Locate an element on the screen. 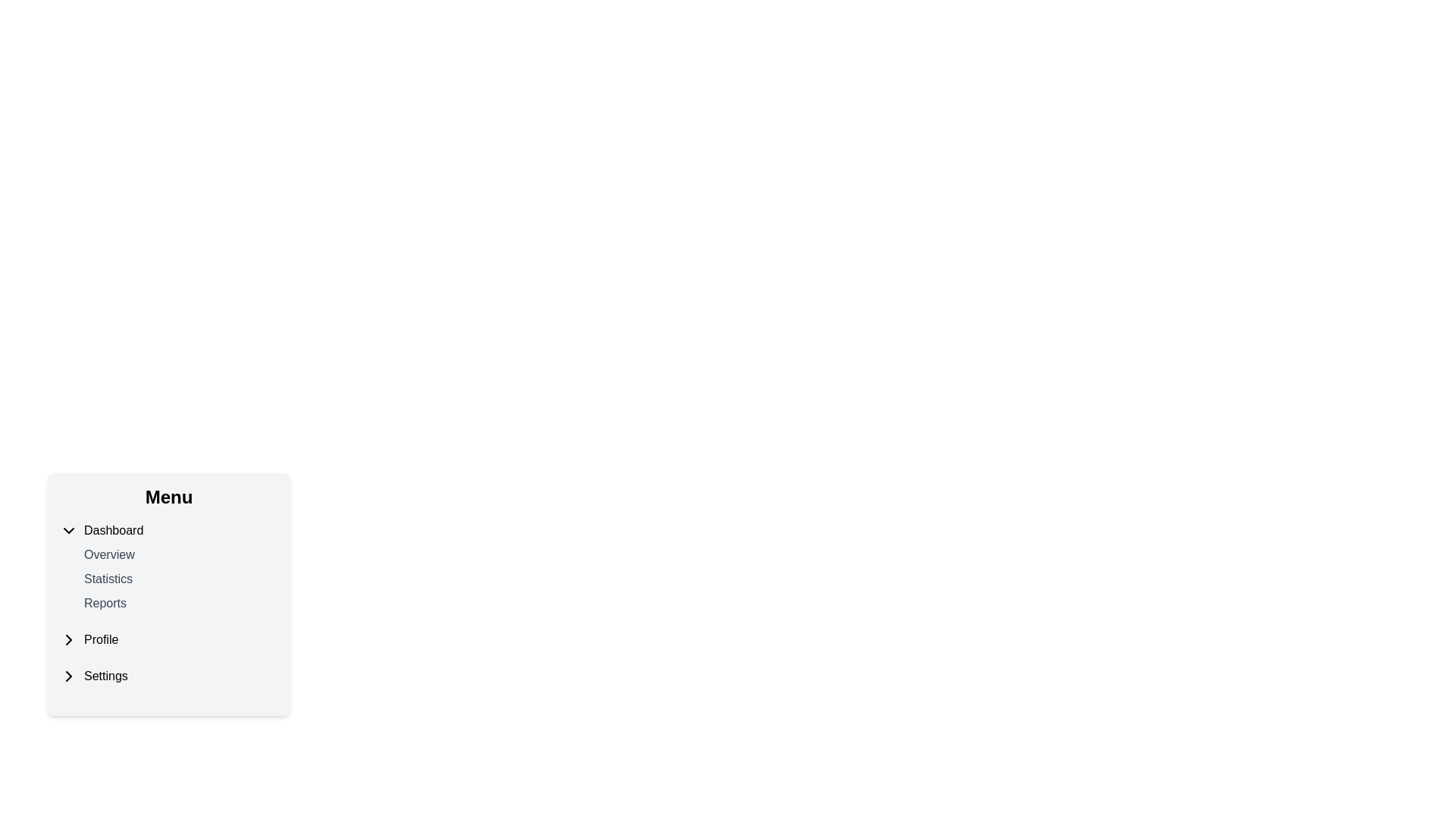 Image resolution: width=1456 pixels, height=819 pixels. the 'Overview' text label within the 'Dashboard' menu is located at coordinates (178, 555).